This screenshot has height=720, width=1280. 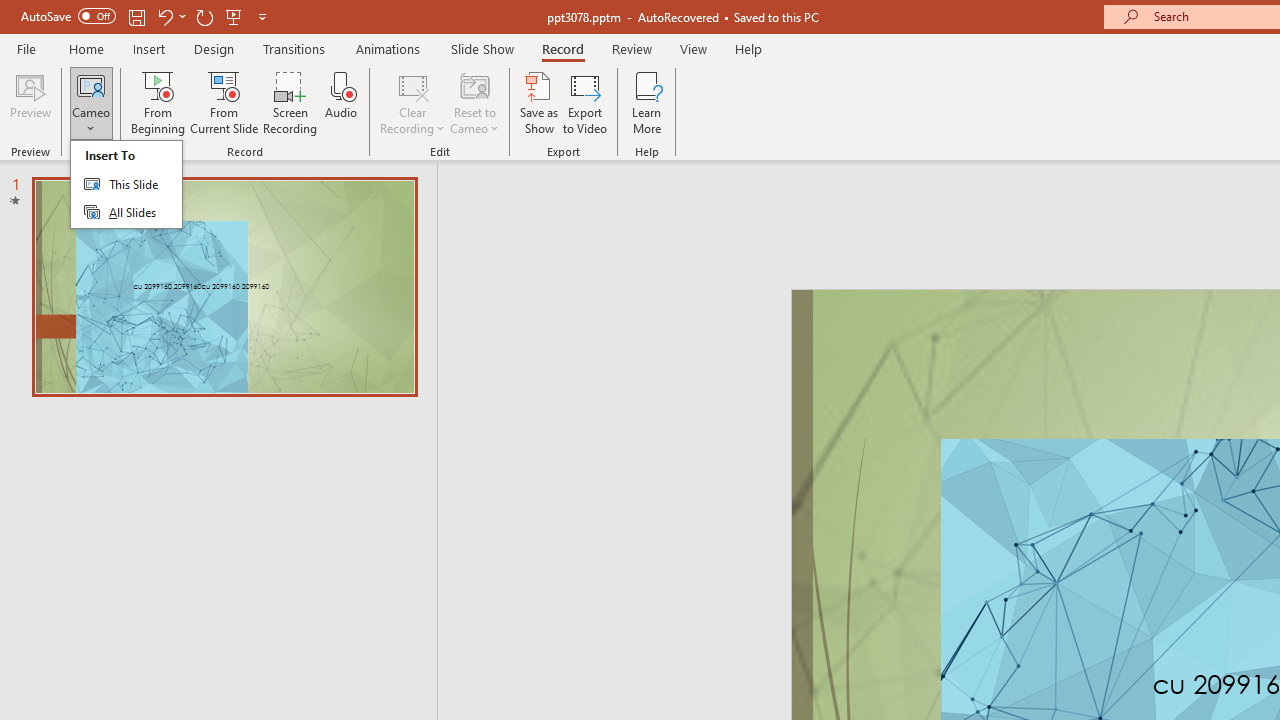 I want to click on 'Home', so click(x=85, y=48).